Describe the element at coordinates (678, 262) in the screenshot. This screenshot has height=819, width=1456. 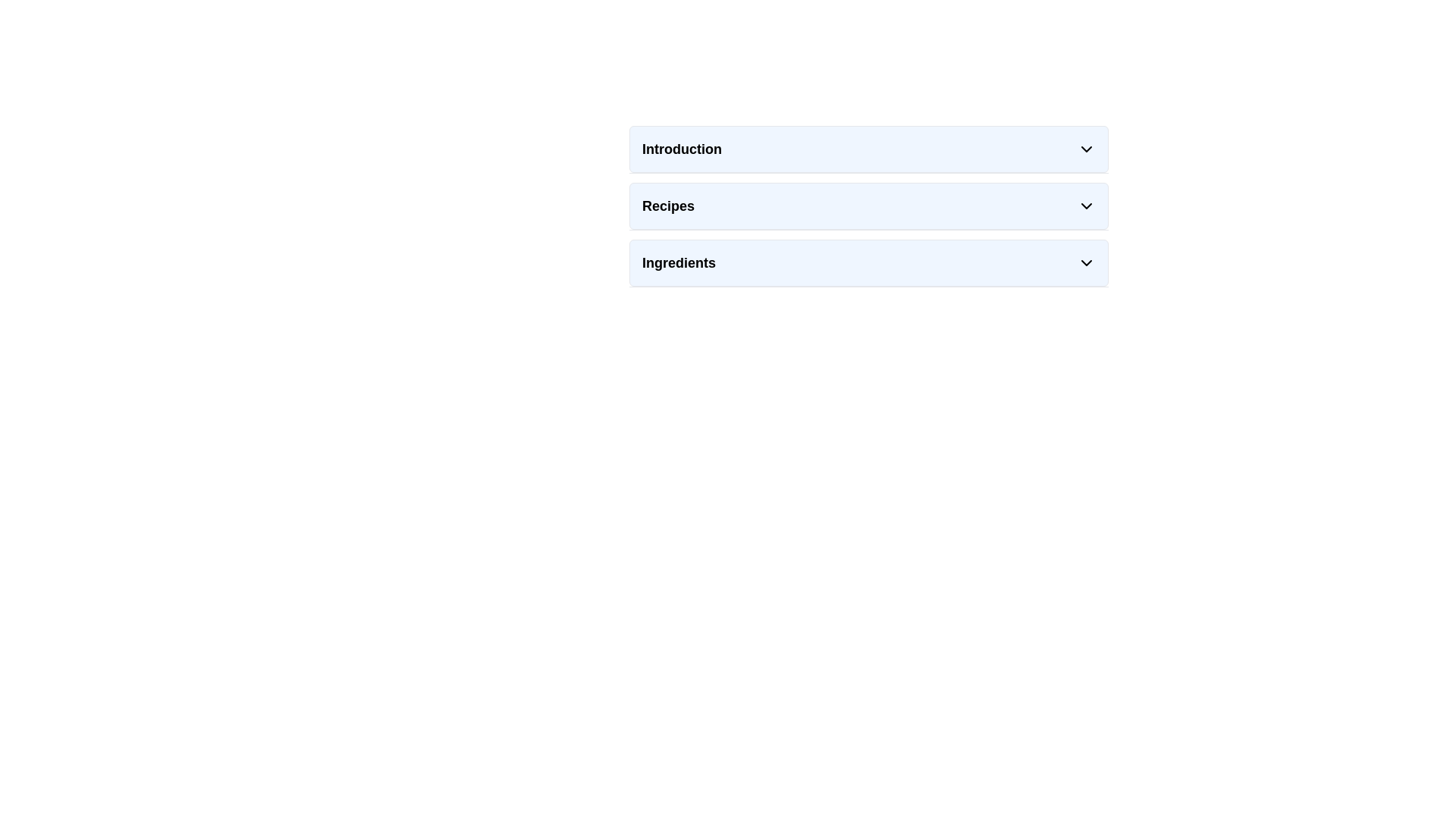
I see `the 'Ingredients' heading text, which is a bold and larger font size element located within a collapsible section below the 'Recipes' header` at that location.